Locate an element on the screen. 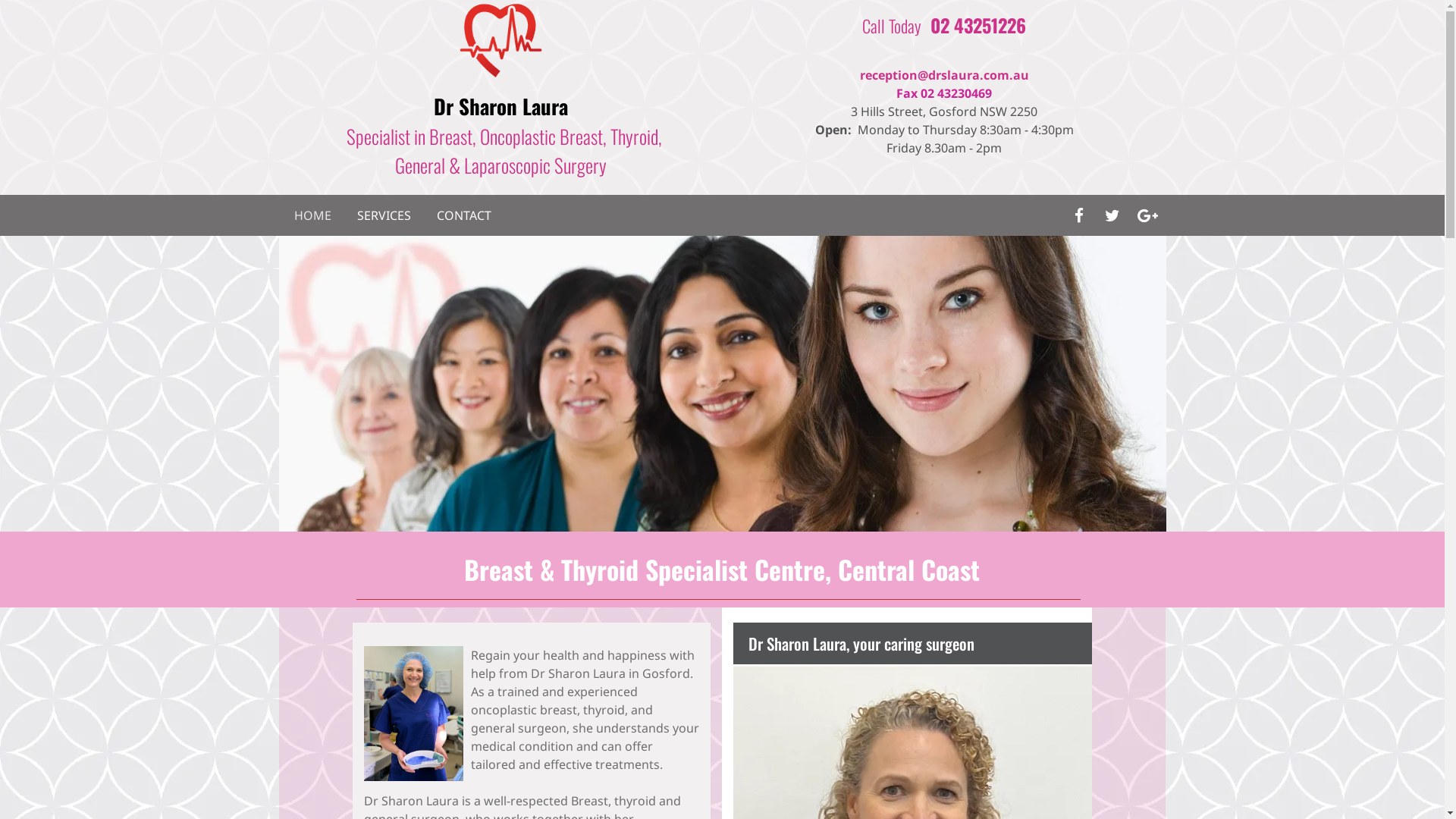  'CONTACT' is located at coordinates (463, 215).